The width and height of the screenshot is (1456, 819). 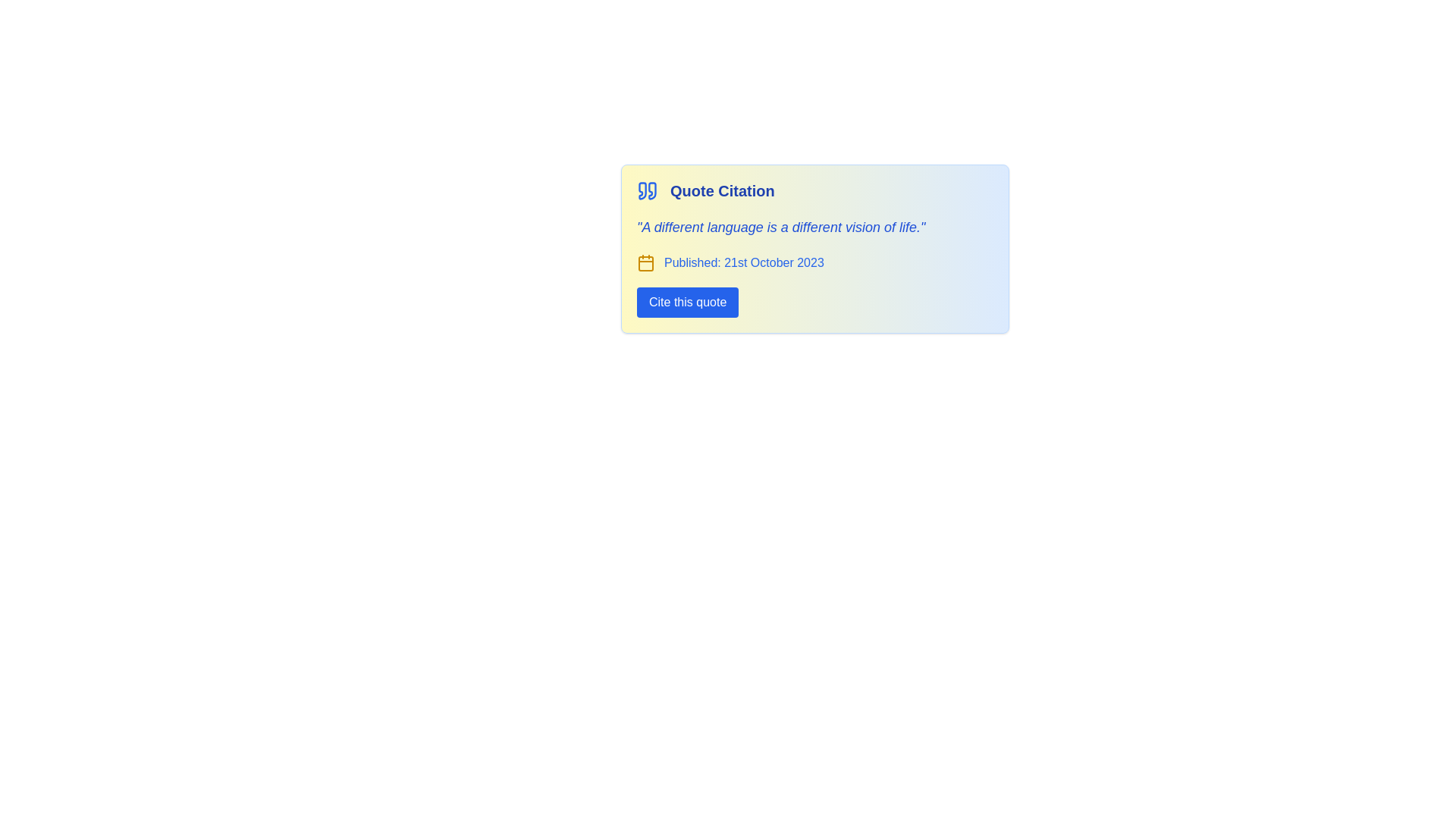 What do you see at coordinates (642, 190) in the screenshot?
I see `the left quotation mark icon of the 'Quote Citation' header, which is a stylized glyph rendered in blue within a yellow-and-blue gradient box` at bounding box center [642, 190].